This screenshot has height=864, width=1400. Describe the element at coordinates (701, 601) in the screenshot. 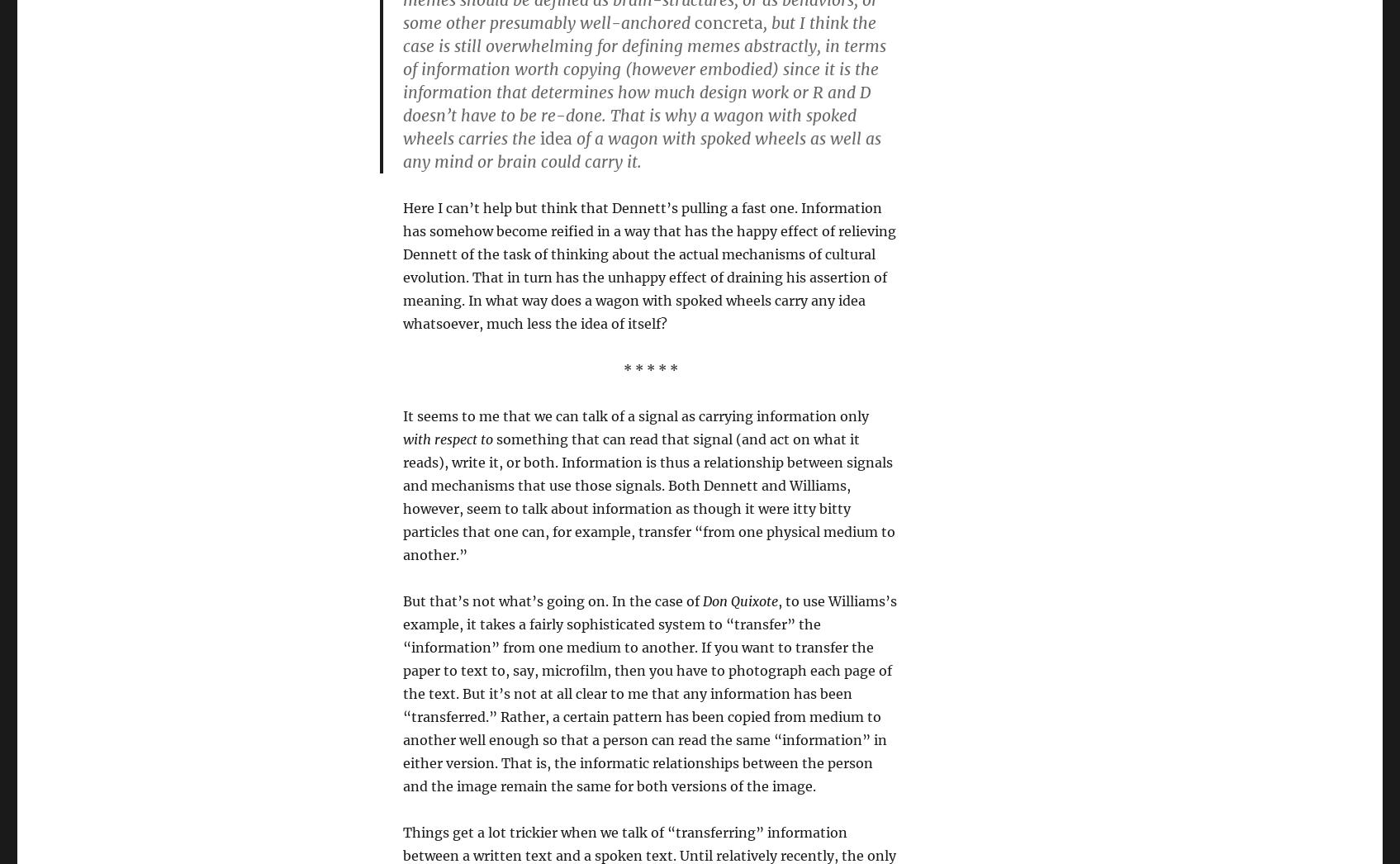

I see `'Don Quixote'` at that location.